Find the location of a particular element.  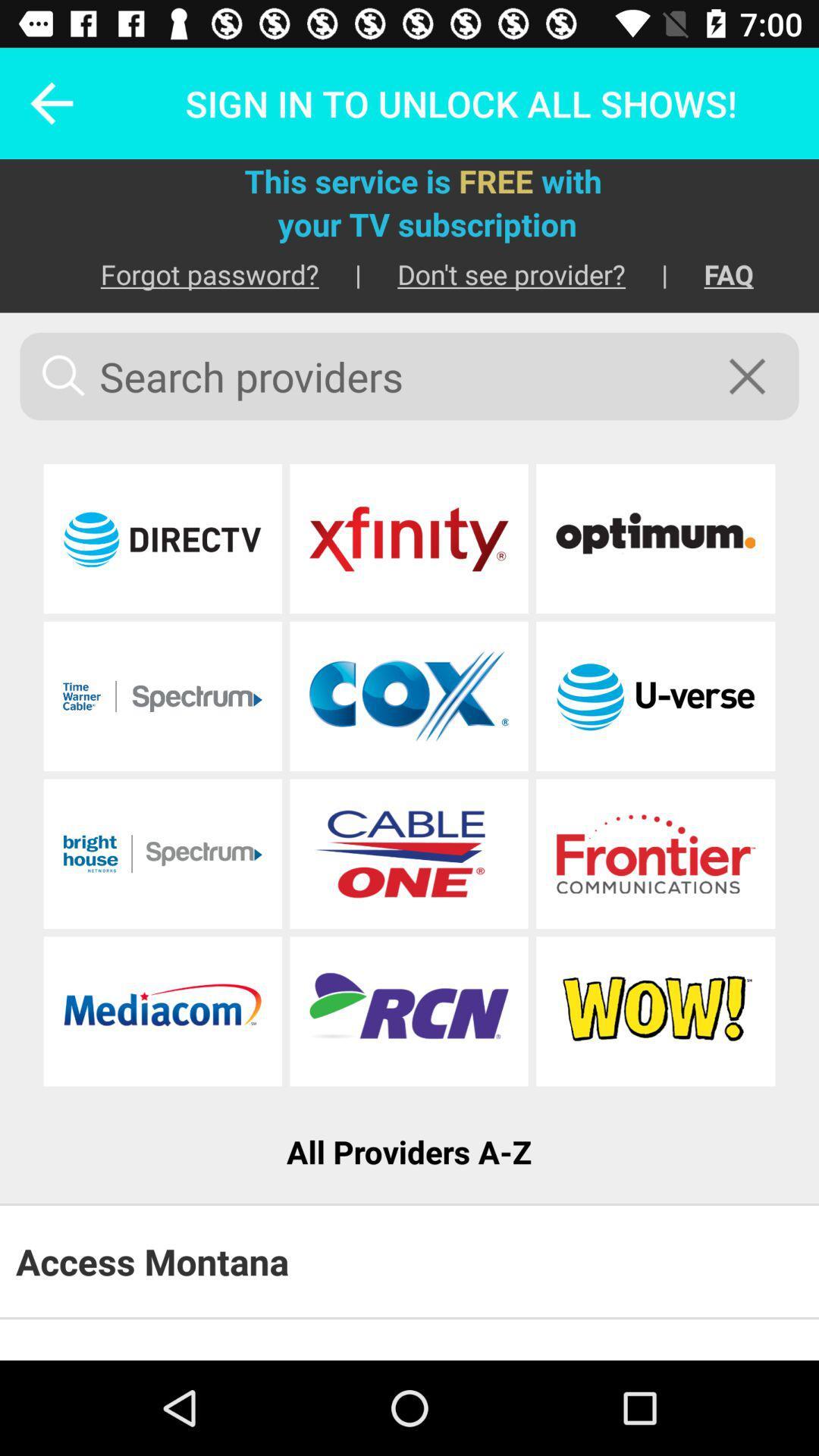

item to the left of the | item is located at coordinates (191, 274).